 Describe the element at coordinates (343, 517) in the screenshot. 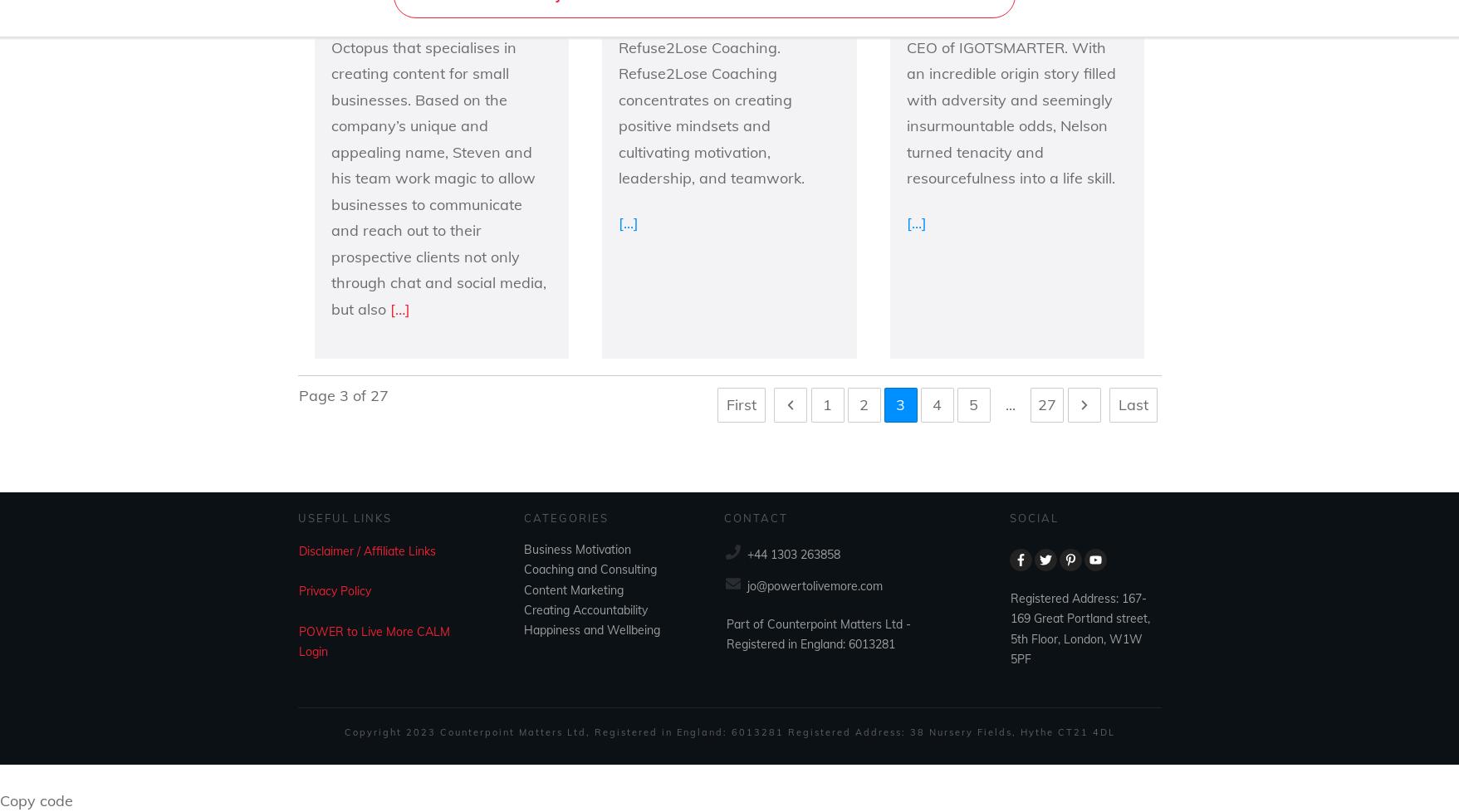

I see `'Useful links'` at that location.